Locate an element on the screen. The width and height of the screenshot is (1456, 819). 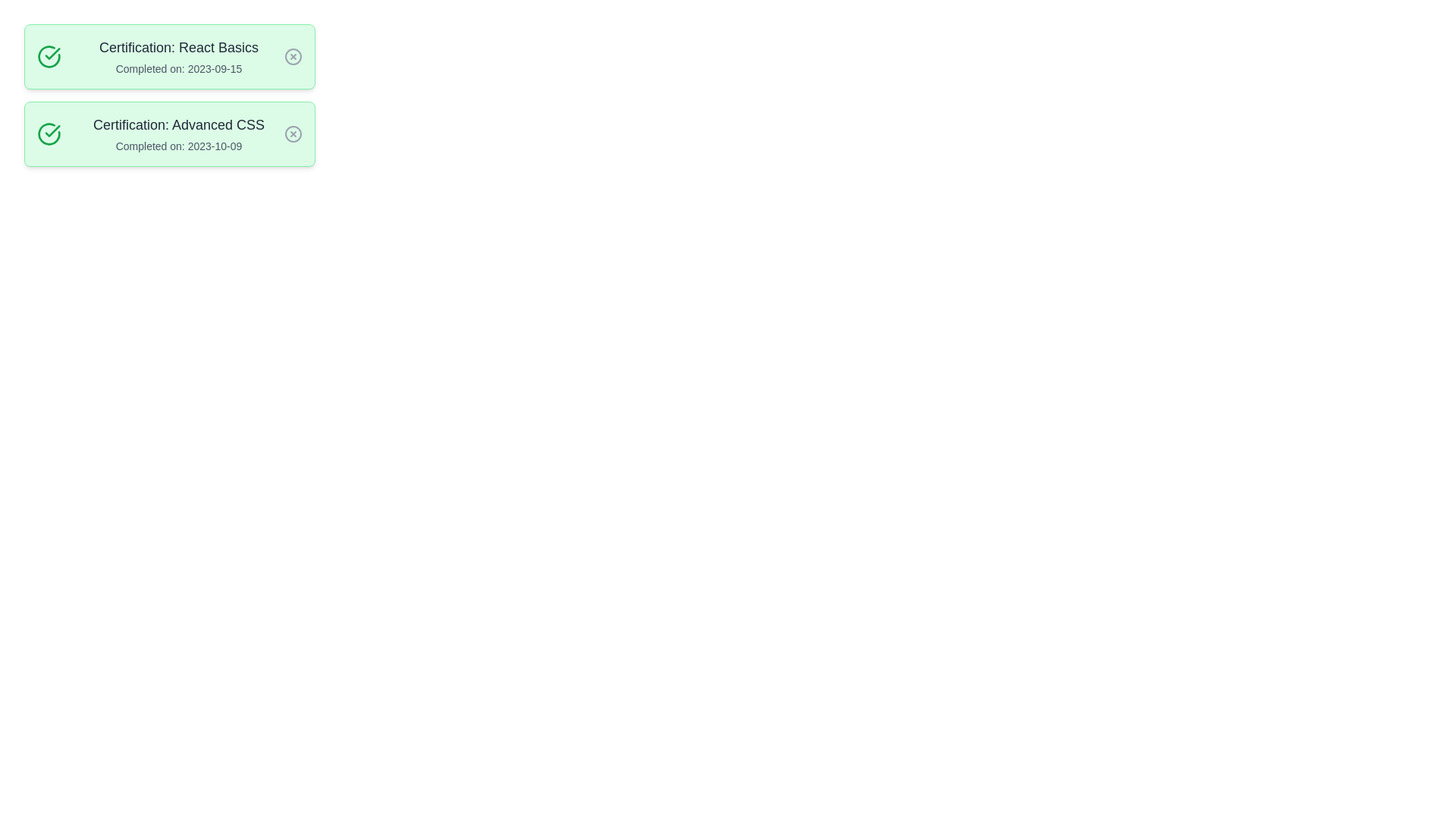
the details of the completed course titled 'React Basics' is located at coordinates (178, 55).